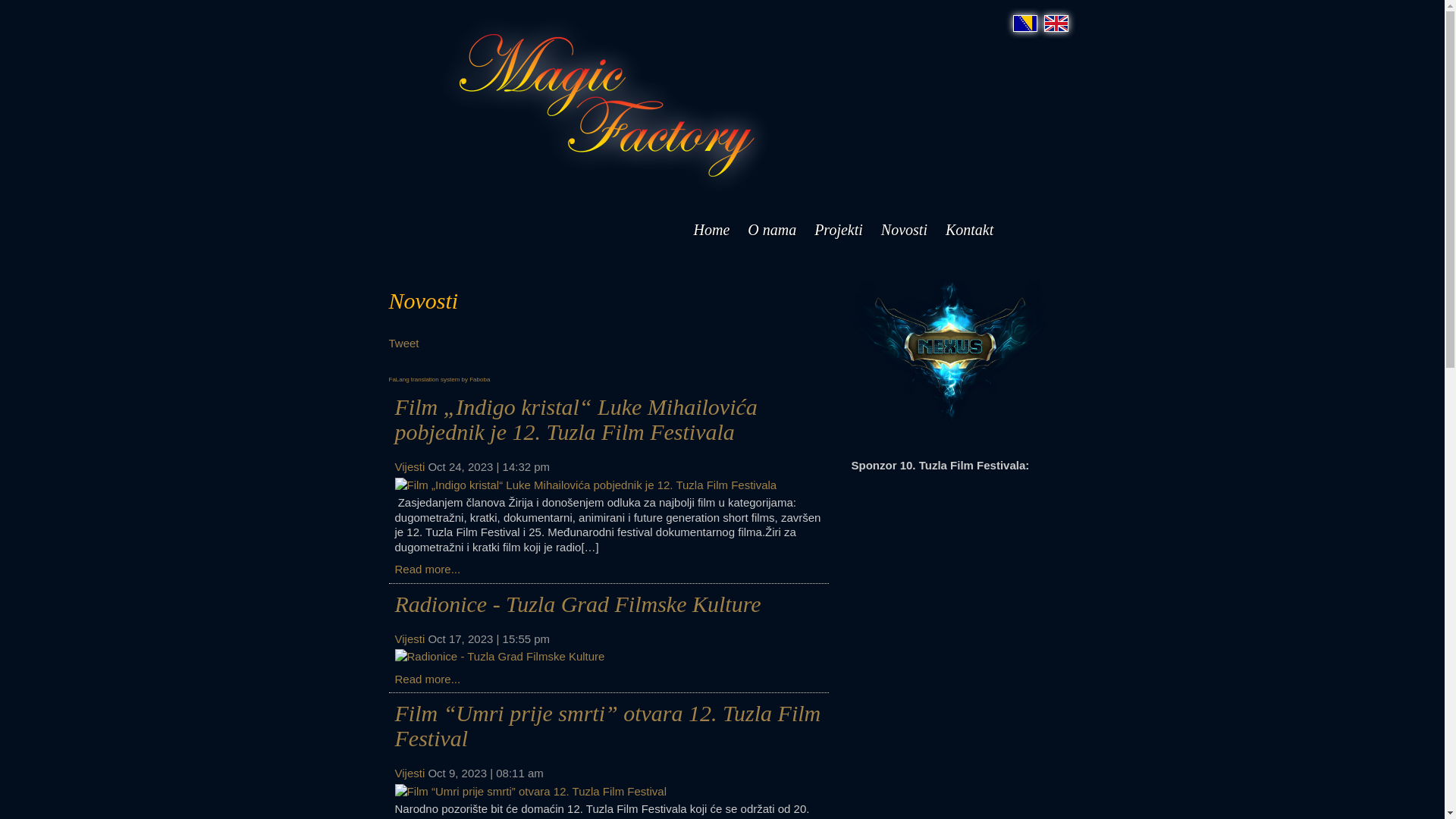 The height and width of the screenshot is (819, 1456). What do you see at coordinates (409, 466) in the screenshot?
I see `'Vijesti'` at bounding box center [409, 466].